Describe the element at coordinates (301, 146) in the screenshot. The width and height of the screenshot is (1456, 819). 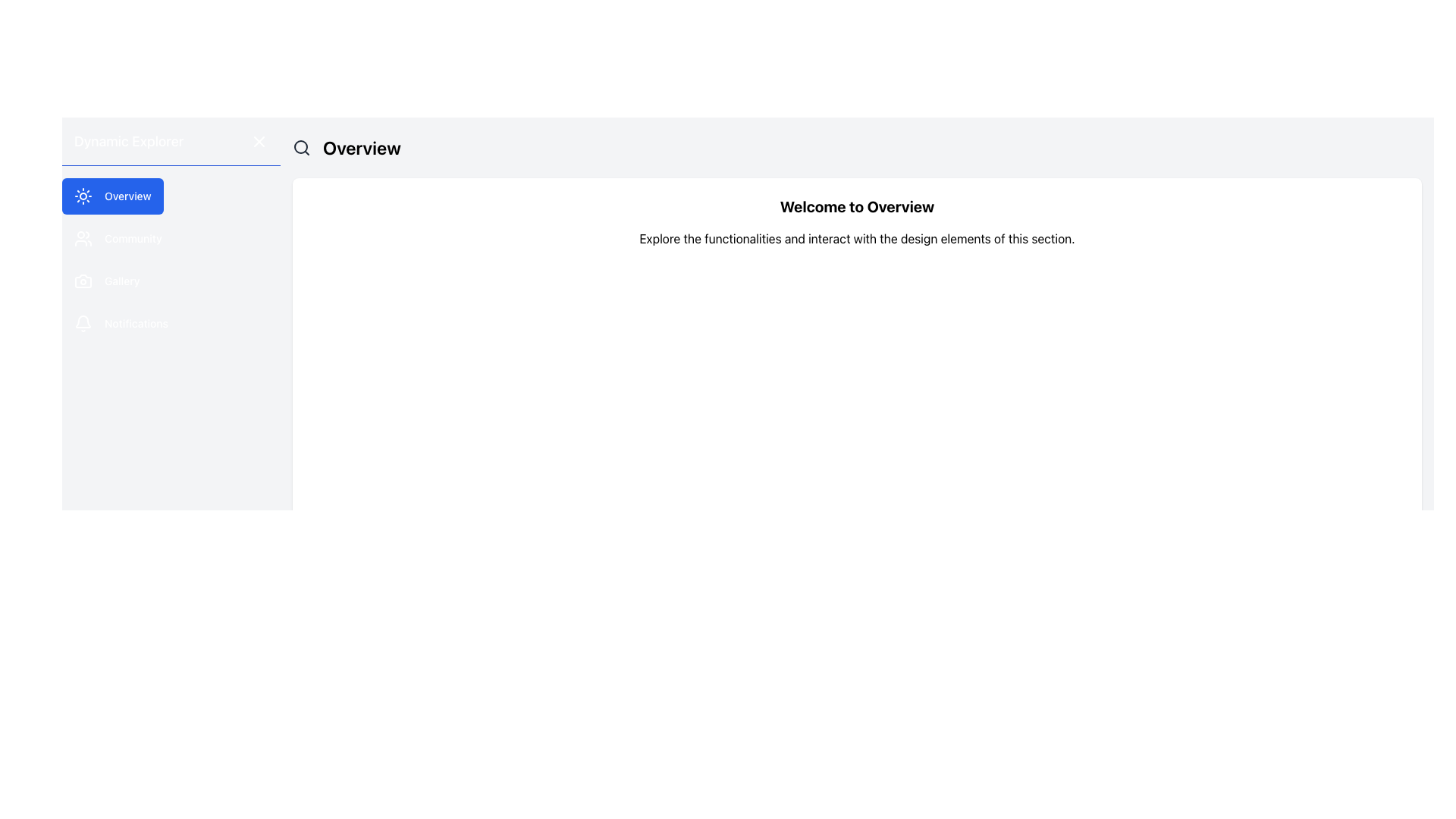
I see `the SVG Circle element representing the lens of the magnifying glass icon, located next to the 'Overview' text at the upper center-right area of the interface` at that location.